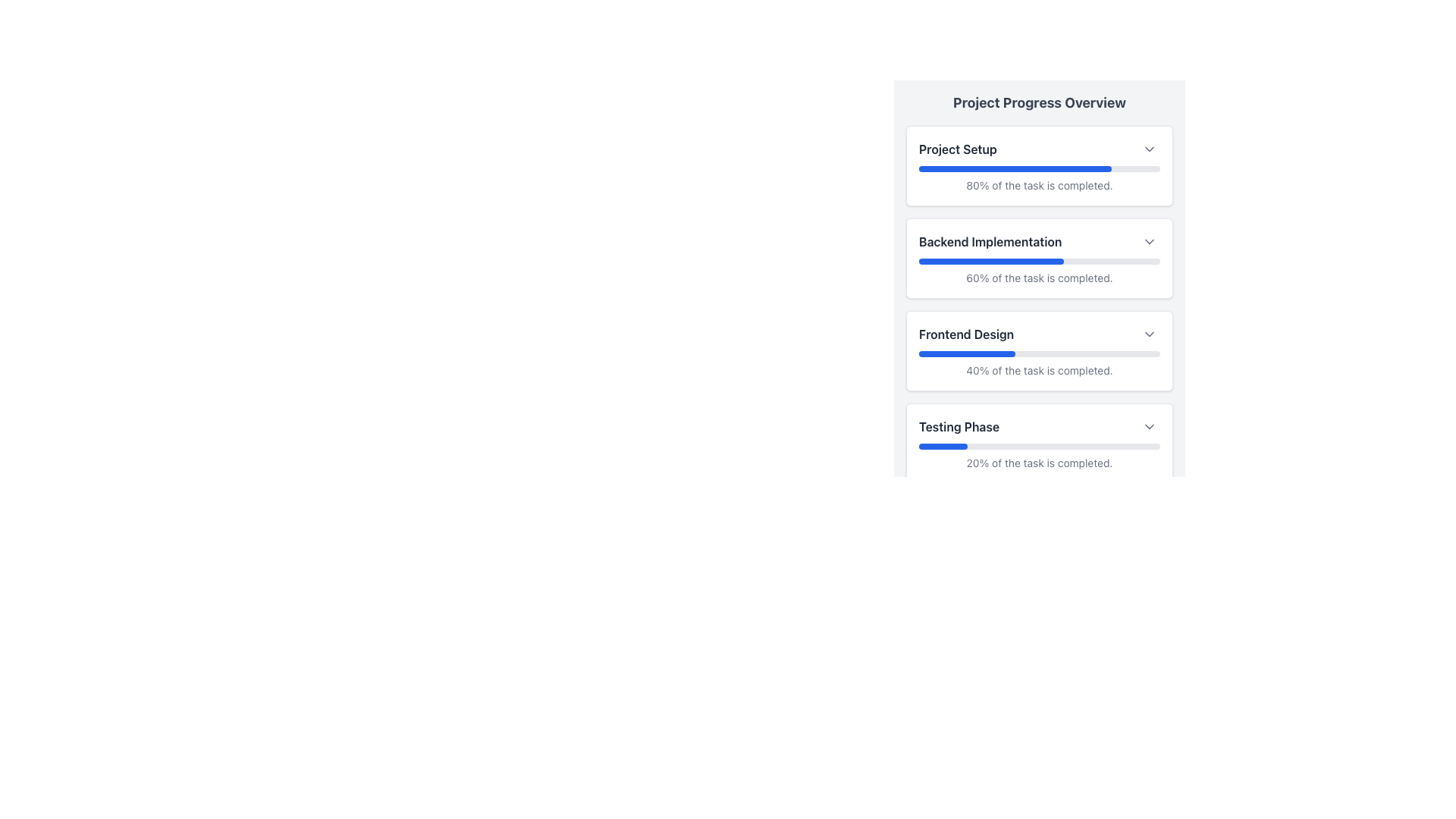 The height and width of the screenshot is (819, 1456). Describe the element at coordinates (1150, 427) in the screenshot. I see `the toggle button located next to the 'Testing Phase' text` at that location.